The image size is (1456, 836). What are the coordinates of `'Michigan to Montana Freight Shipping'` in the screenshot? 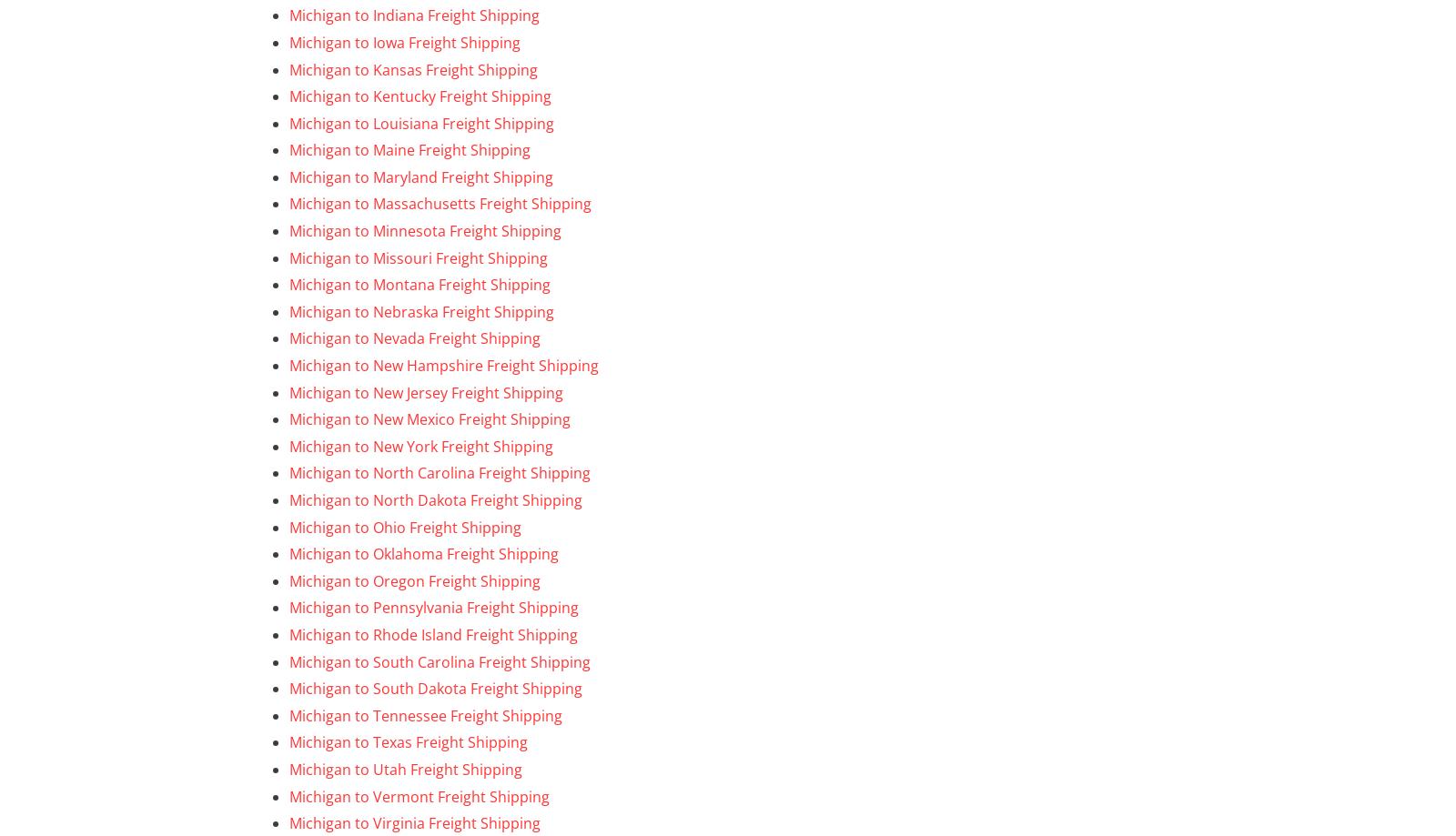 It's located at (419, 284).